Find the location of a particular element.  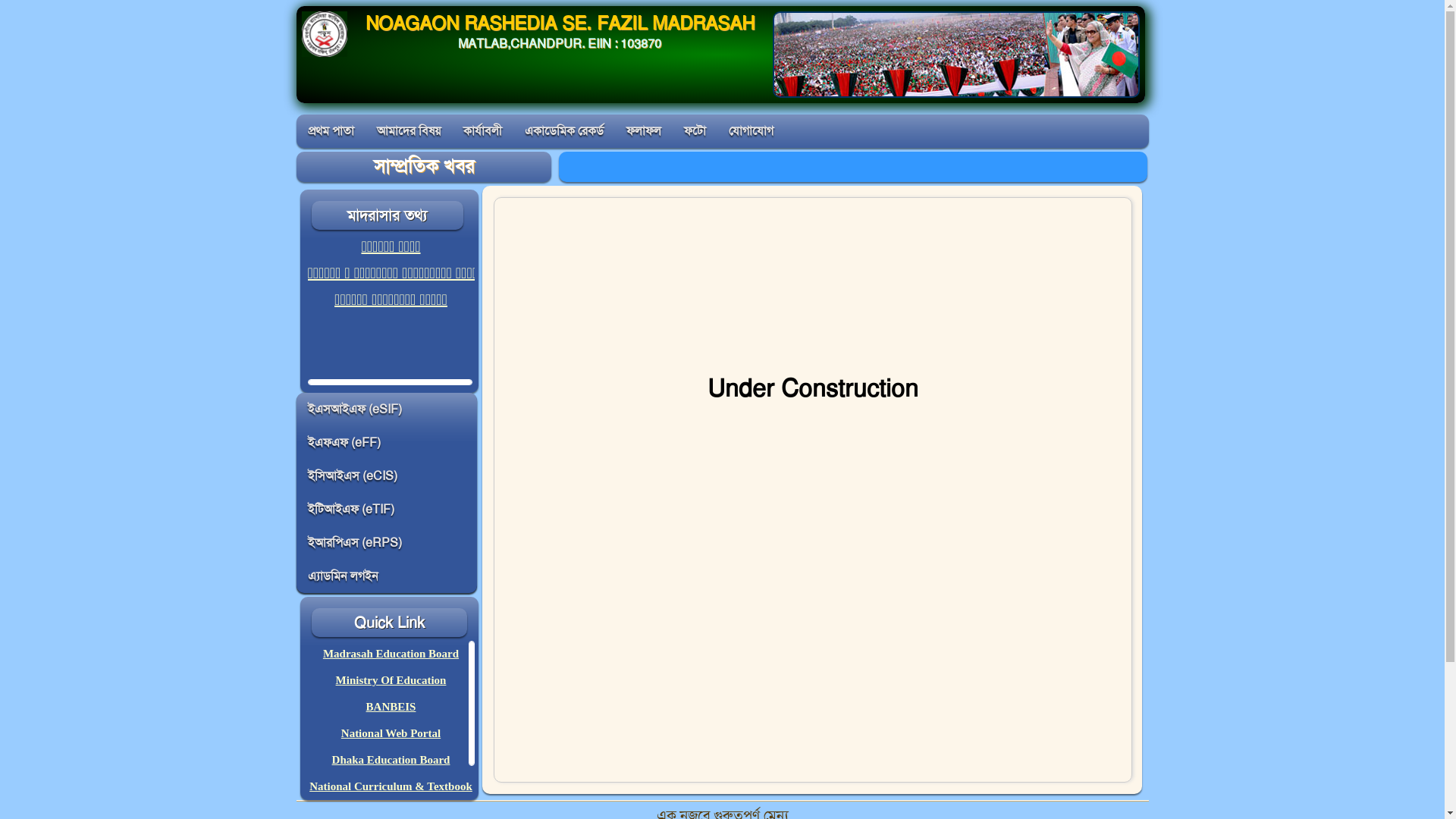

'Ministry Of Education' is located at coordinates (391, 679).